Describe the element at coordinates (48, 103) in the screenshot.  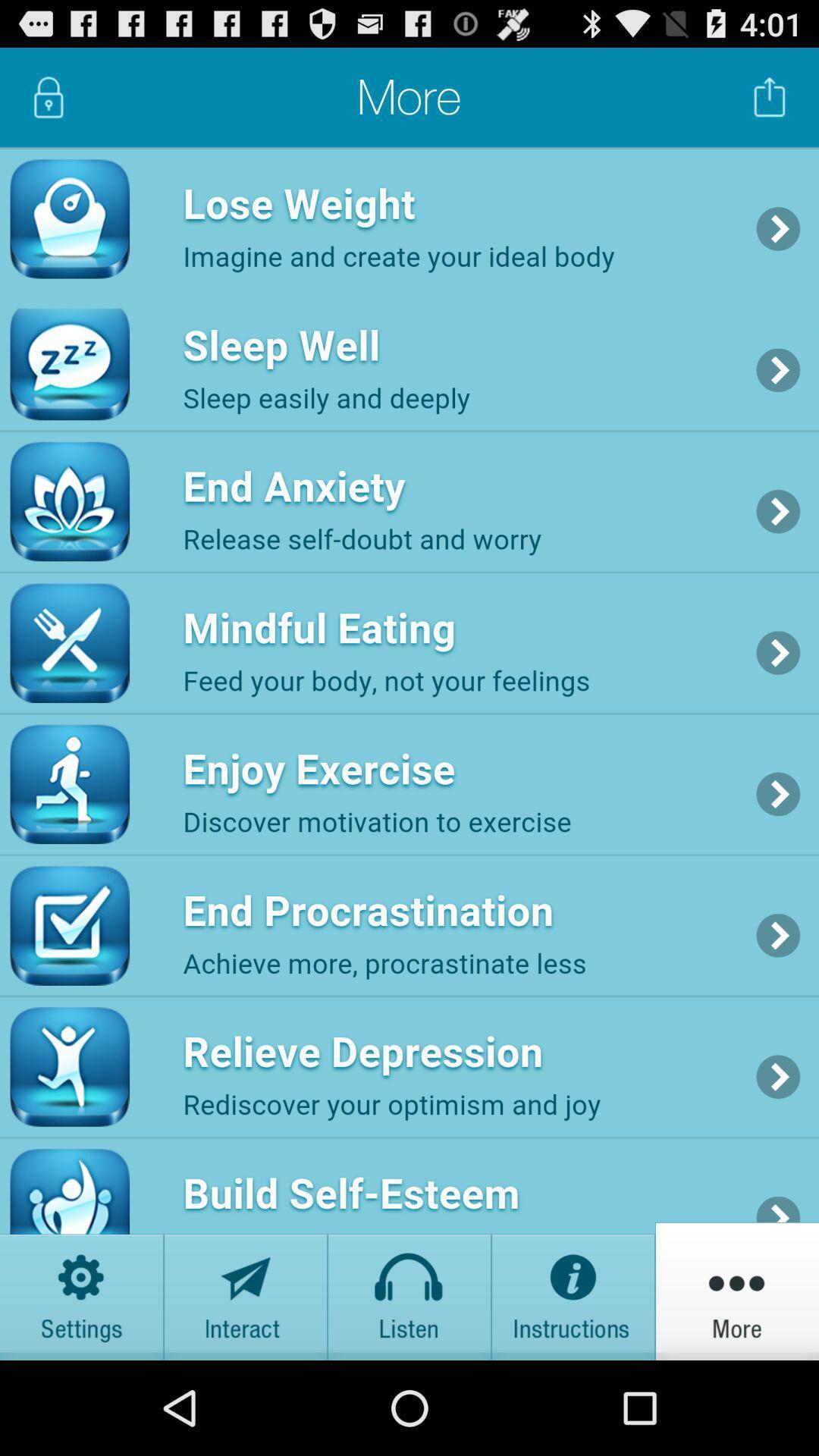
I see `the lock icon` at that location.